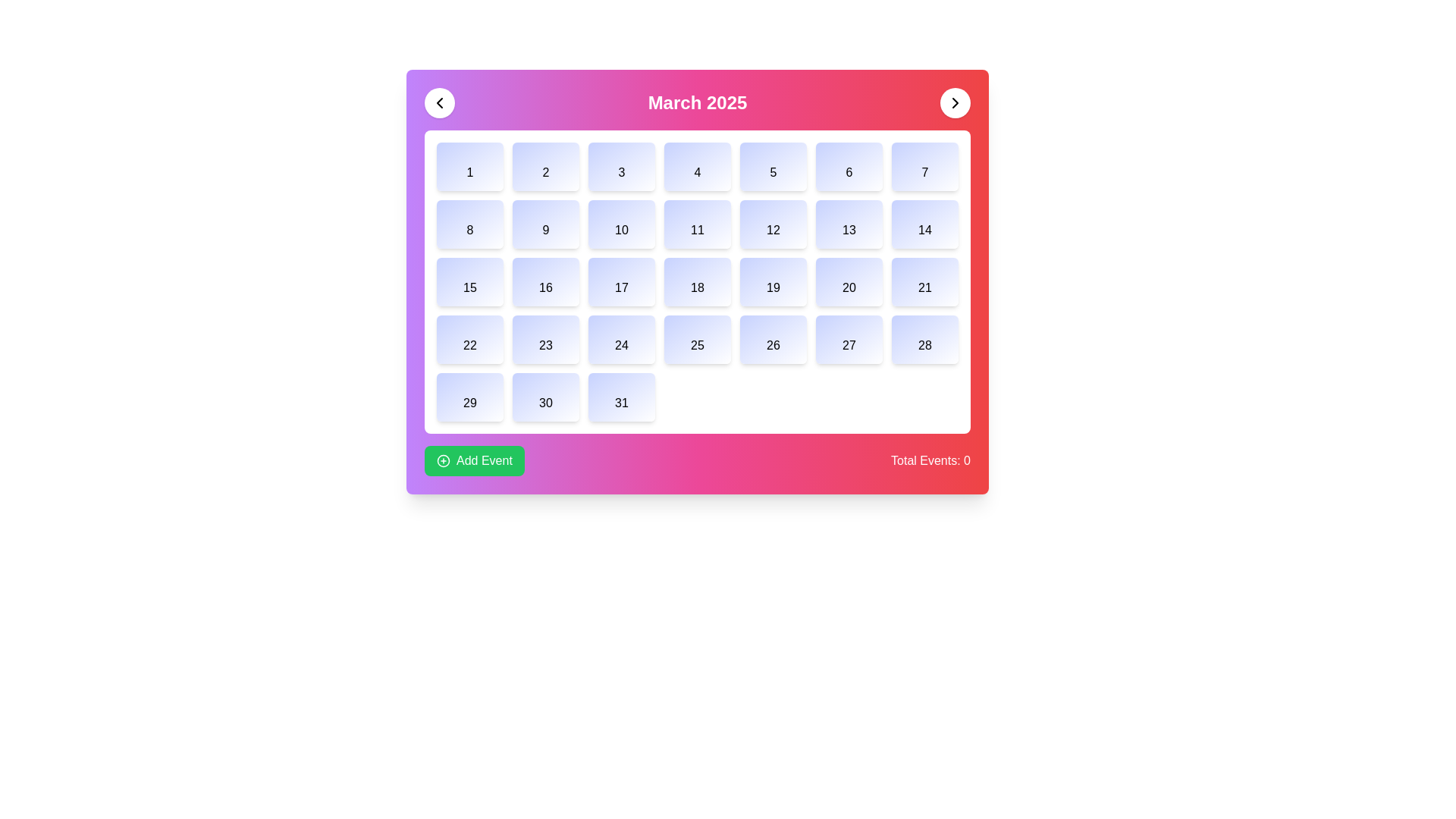 The height and width of the screenshot is (819, 1456). What do you see at coordinates (546, 224) in the screenshot?
I see `the button that represents the ninth day of the month in the calendar layout, located in the second row and second column` at bounding box center [546, 224].